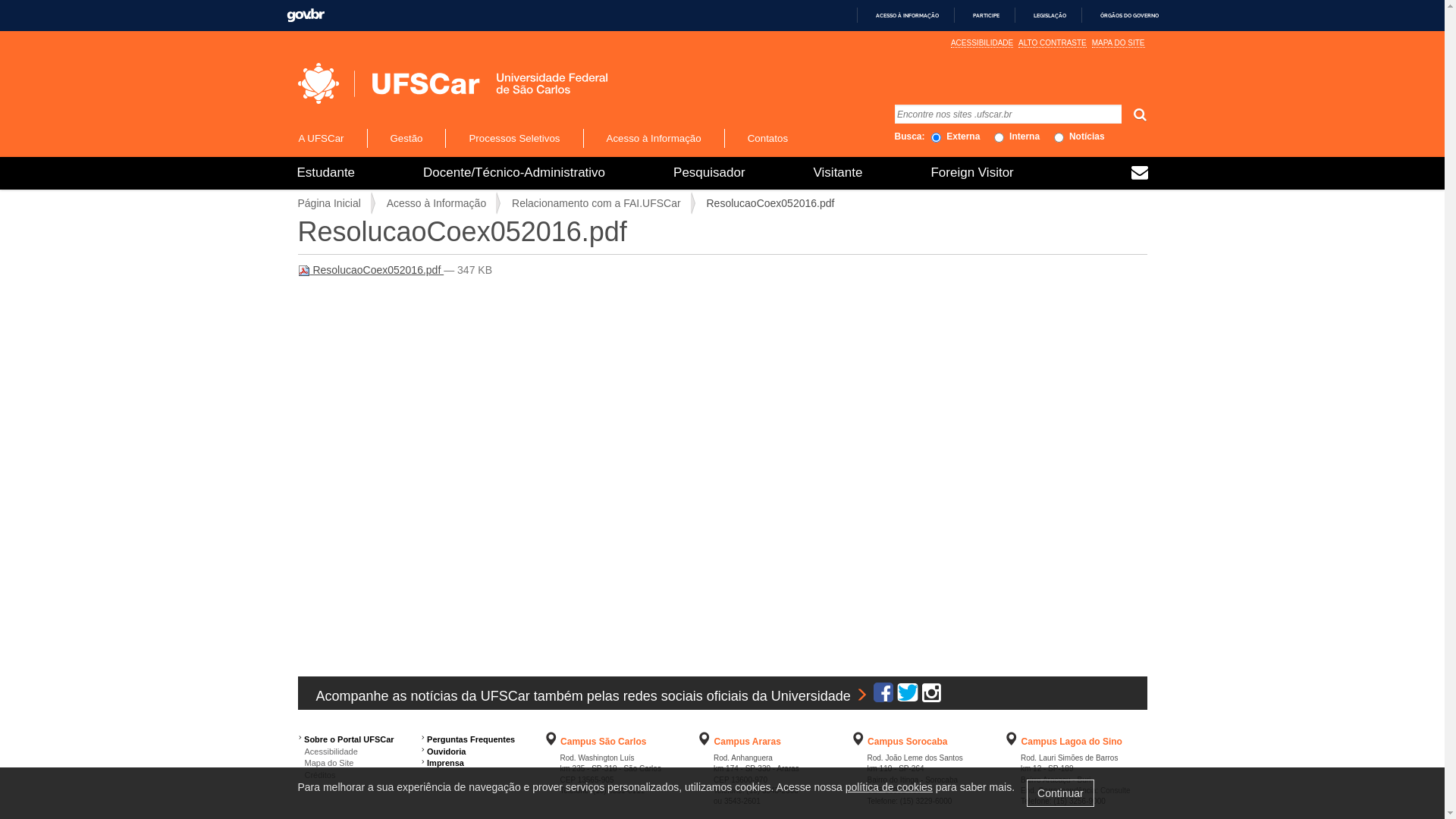 This screenshot has width=1456, height=819. What do you see at coordinates (1071, 741) in the screenshot?
I see `'Campus Lagoa do Sino'` at bounding box center [1071, 741].